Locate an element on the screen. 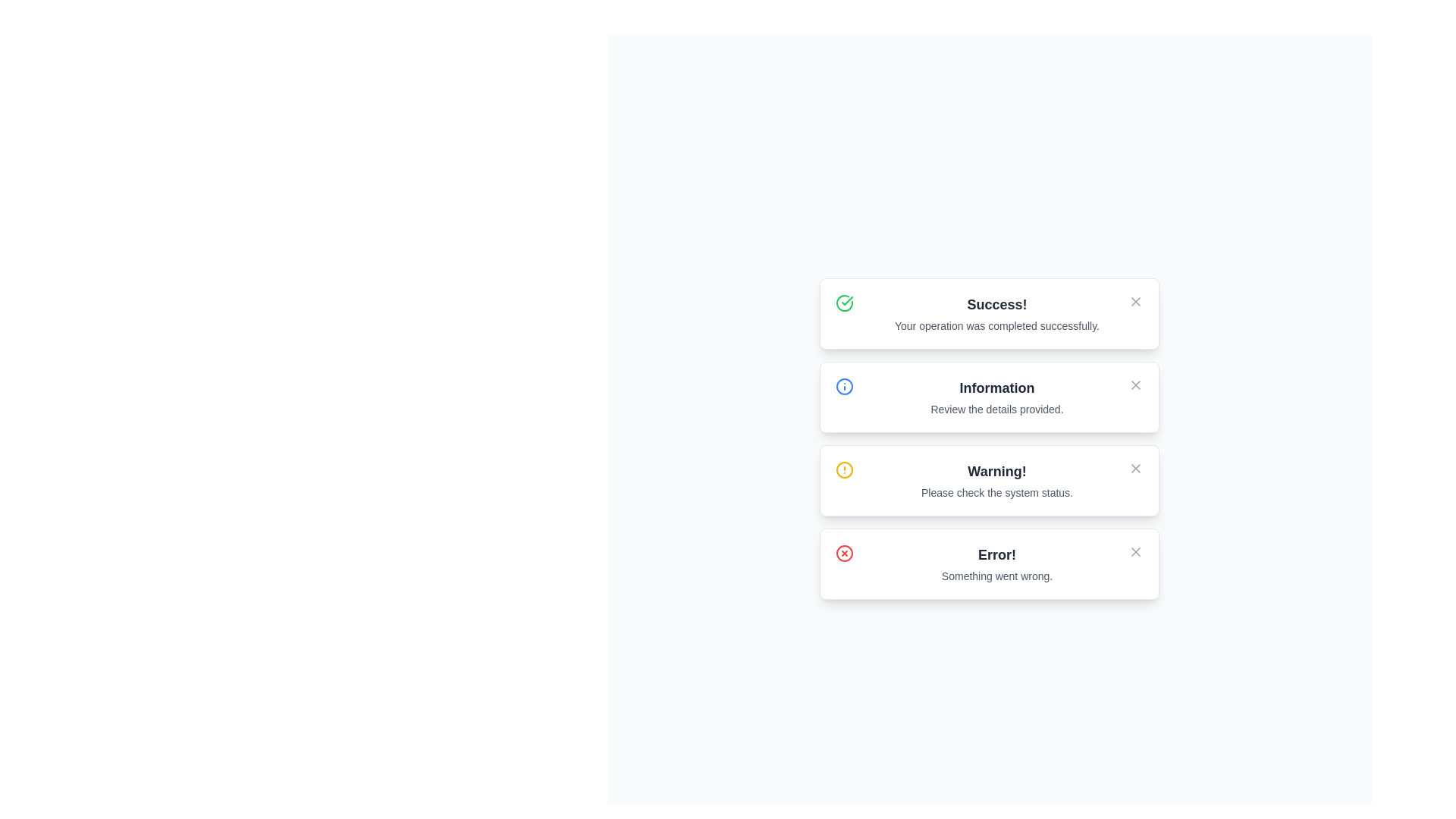 This screenshot has height=819, width=1456. the colored line segment resembling an 'X' in the upper right of the 'Information' message panel is located at coordinates (1135, 384).